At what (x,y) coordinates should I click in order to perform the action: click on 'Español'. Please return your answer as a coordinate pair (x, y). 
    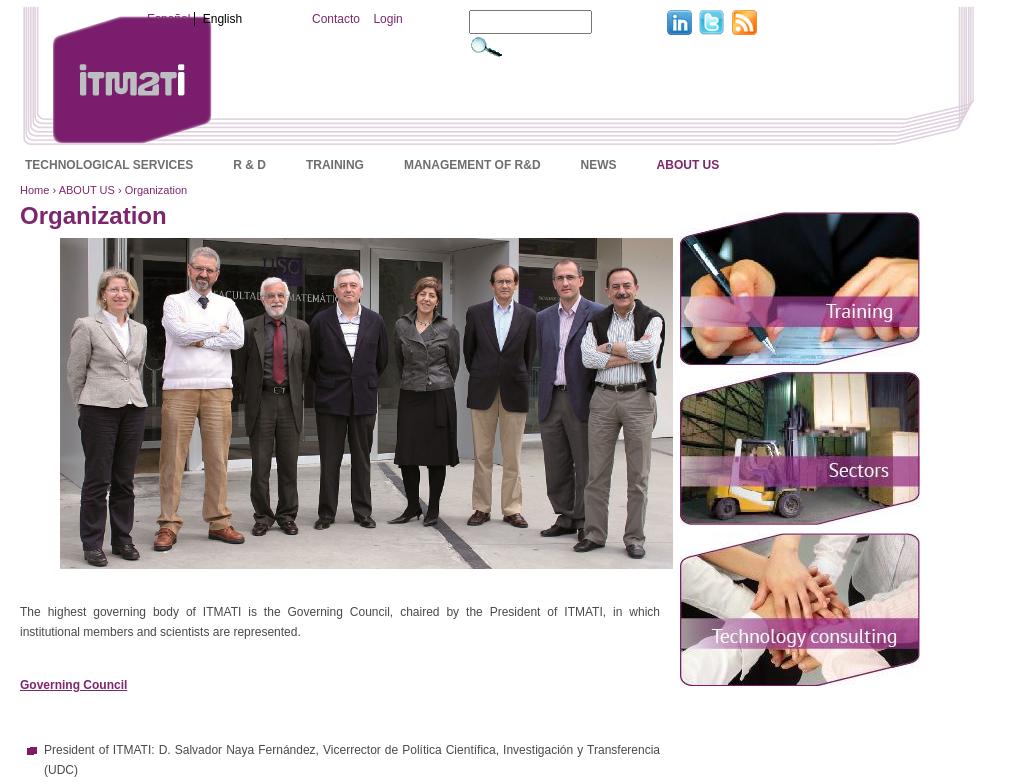
    Looking at the image, I should click on (168, 19).